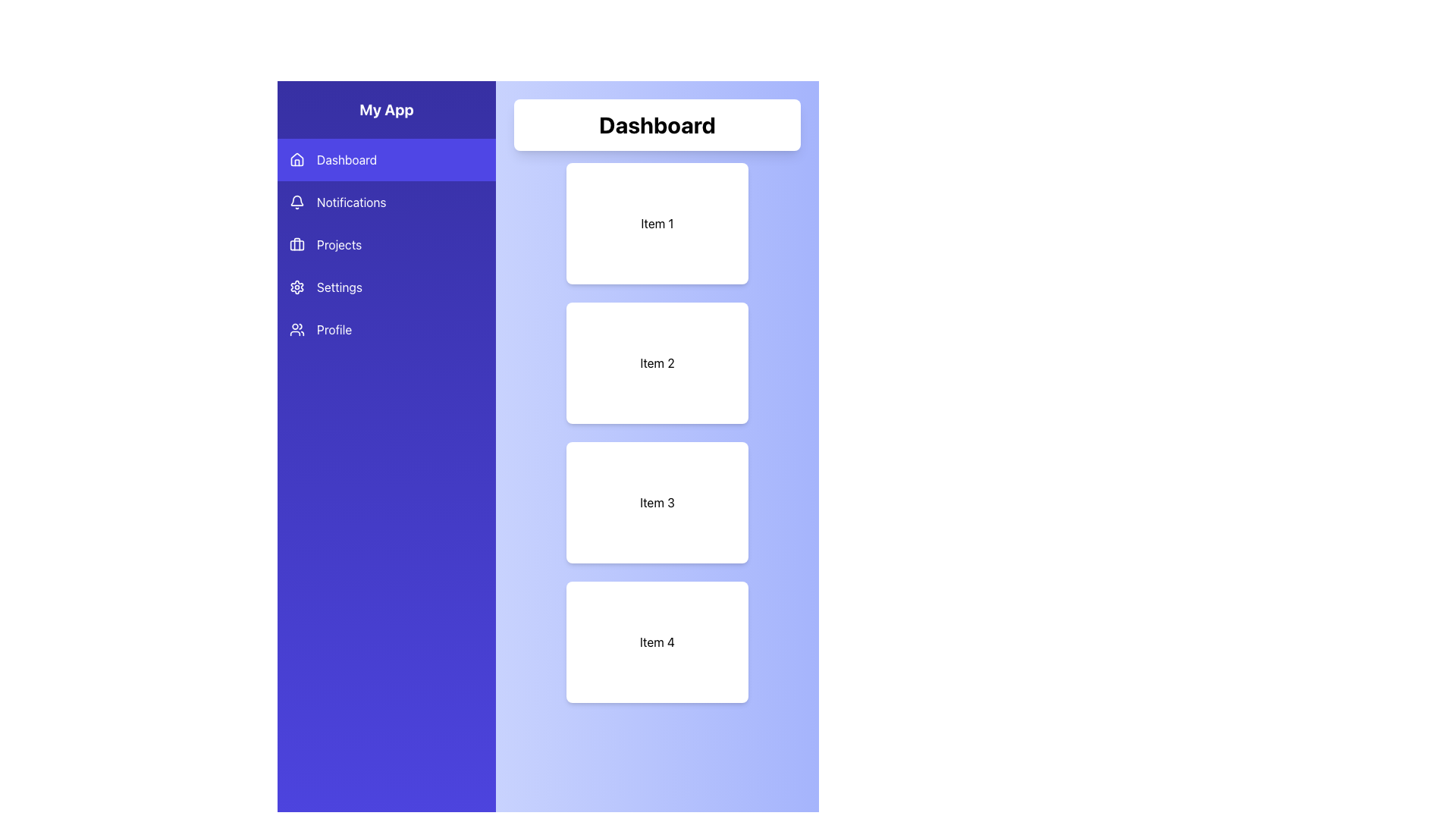 This screenshot has width=1456, height=819. What do you see at coordinates (350, 201) in the screenshot?
I see `the 'Notifications' label in the left navigation menu, which is the second item from the top and displays white text on a purple background` at bounding box center [350, 201].